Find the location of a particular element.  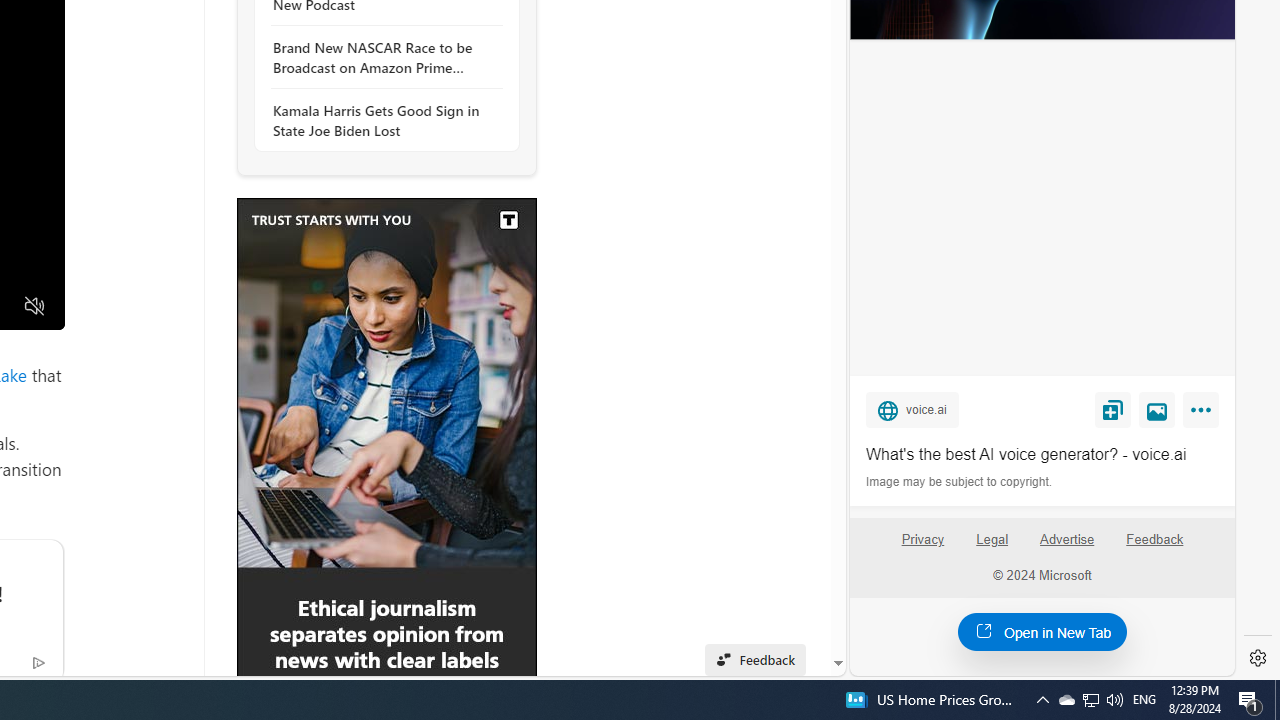

'Ad Choice' is located at coordinates (38, 661).